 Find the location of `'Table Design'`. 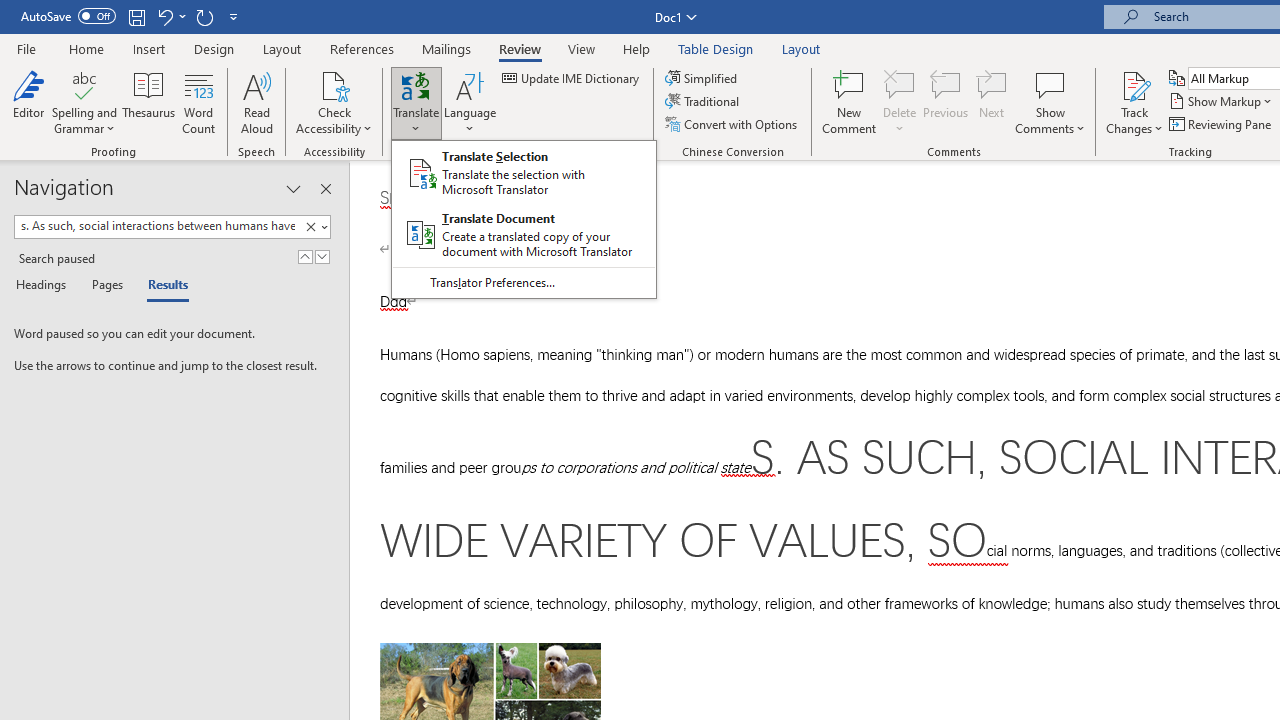

'Table Design' is located at coordinates (716, 48).